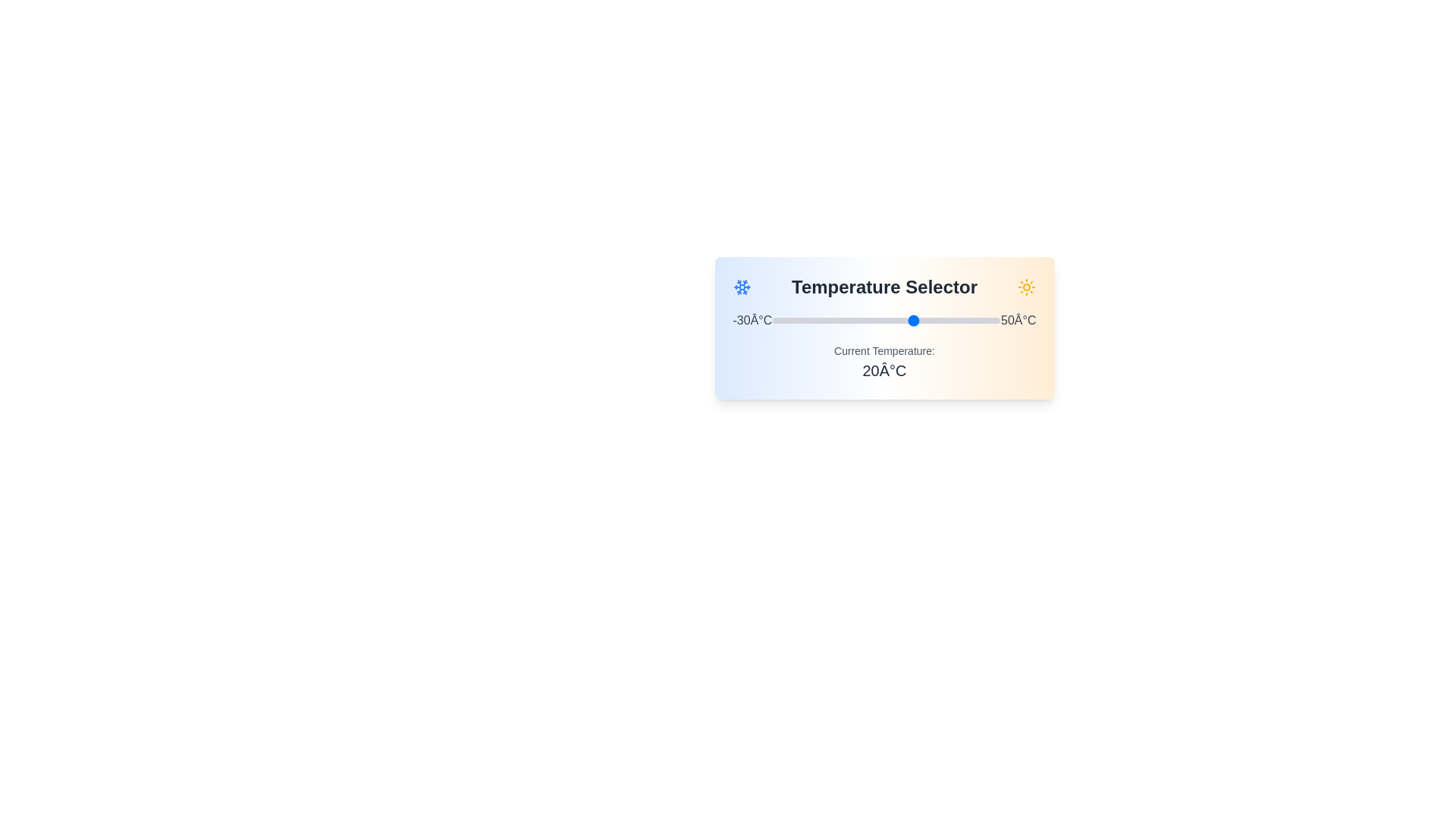 The image size is (1456, 819). I want to click on the temperature, so click(994, 320).